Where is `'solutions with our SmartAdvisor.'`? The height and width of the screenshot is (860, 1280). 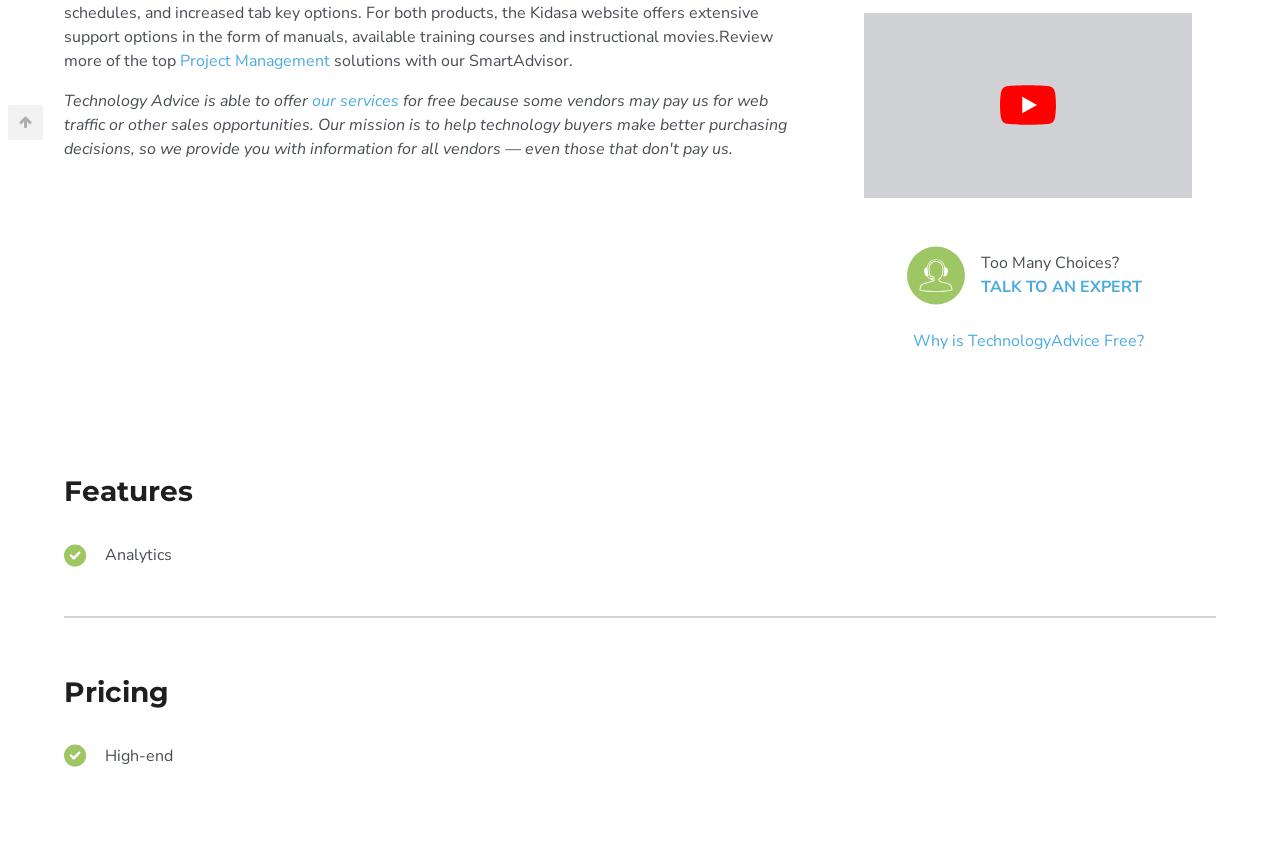 'solutions with our SmartAdvisor.' is located at coordinates (450, 59).